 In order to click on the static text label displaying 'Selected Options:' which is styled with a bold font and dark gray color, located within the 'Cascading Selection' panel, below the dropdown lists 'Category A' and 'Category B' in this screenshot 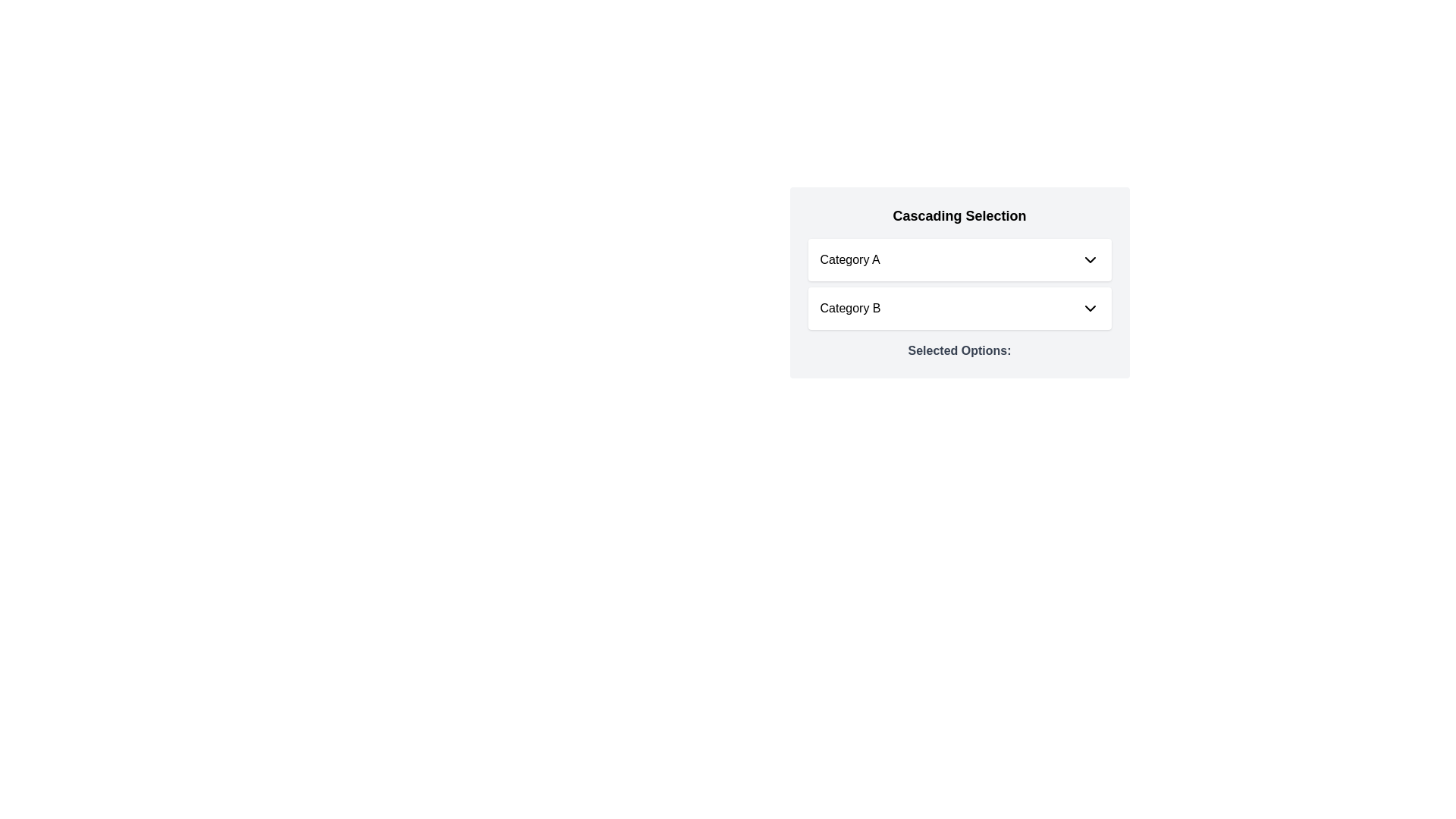, I will do `click(959, 350)`.